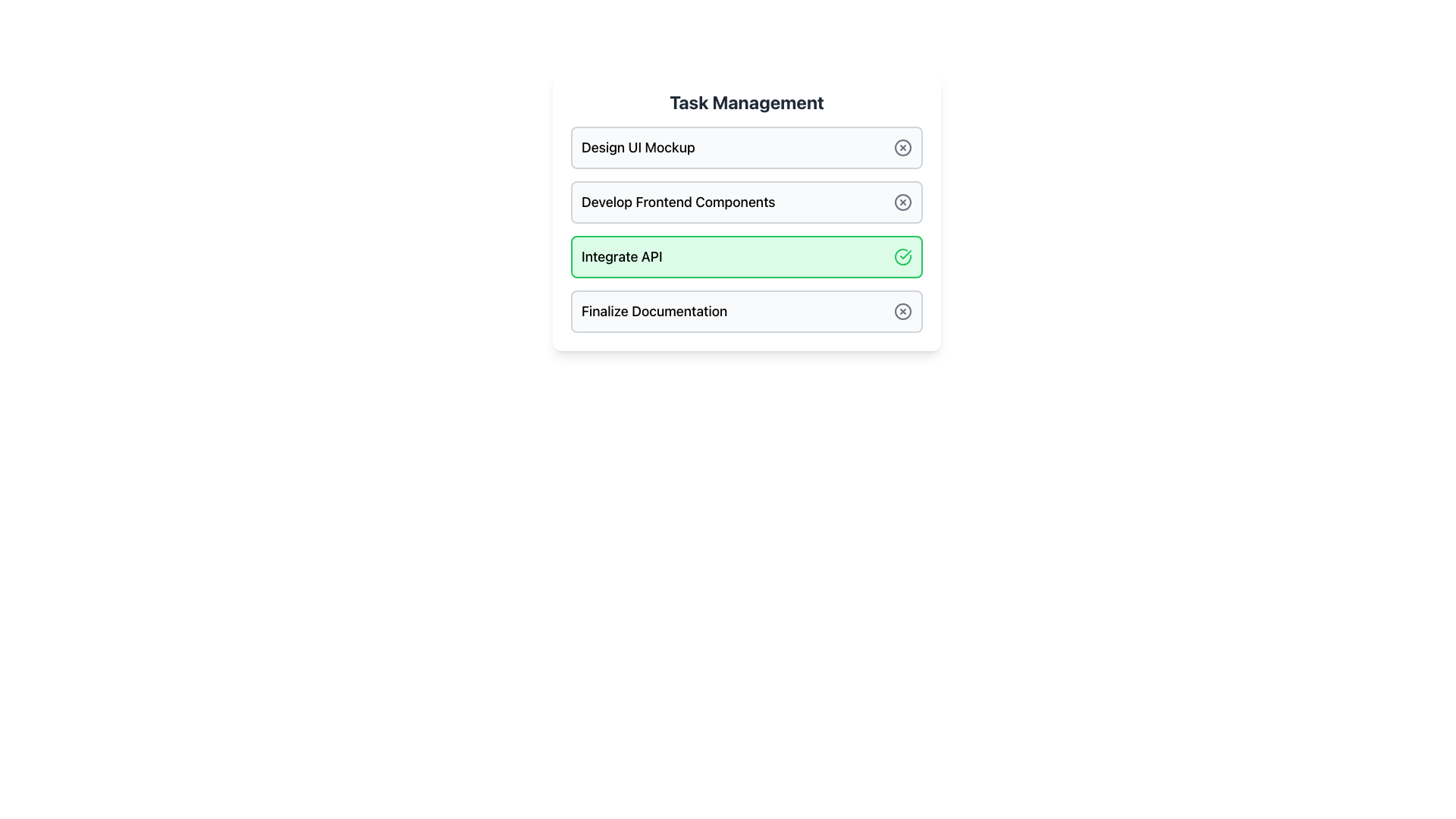 The image size is (1456, 819). What do you see at coordinates (746, 102) in the screenshot?
I see `the header with the text 'Task Management' which is styled in bold and grayish dark color, positioned at the top of the task management interface` at bounding box center [746, 102].